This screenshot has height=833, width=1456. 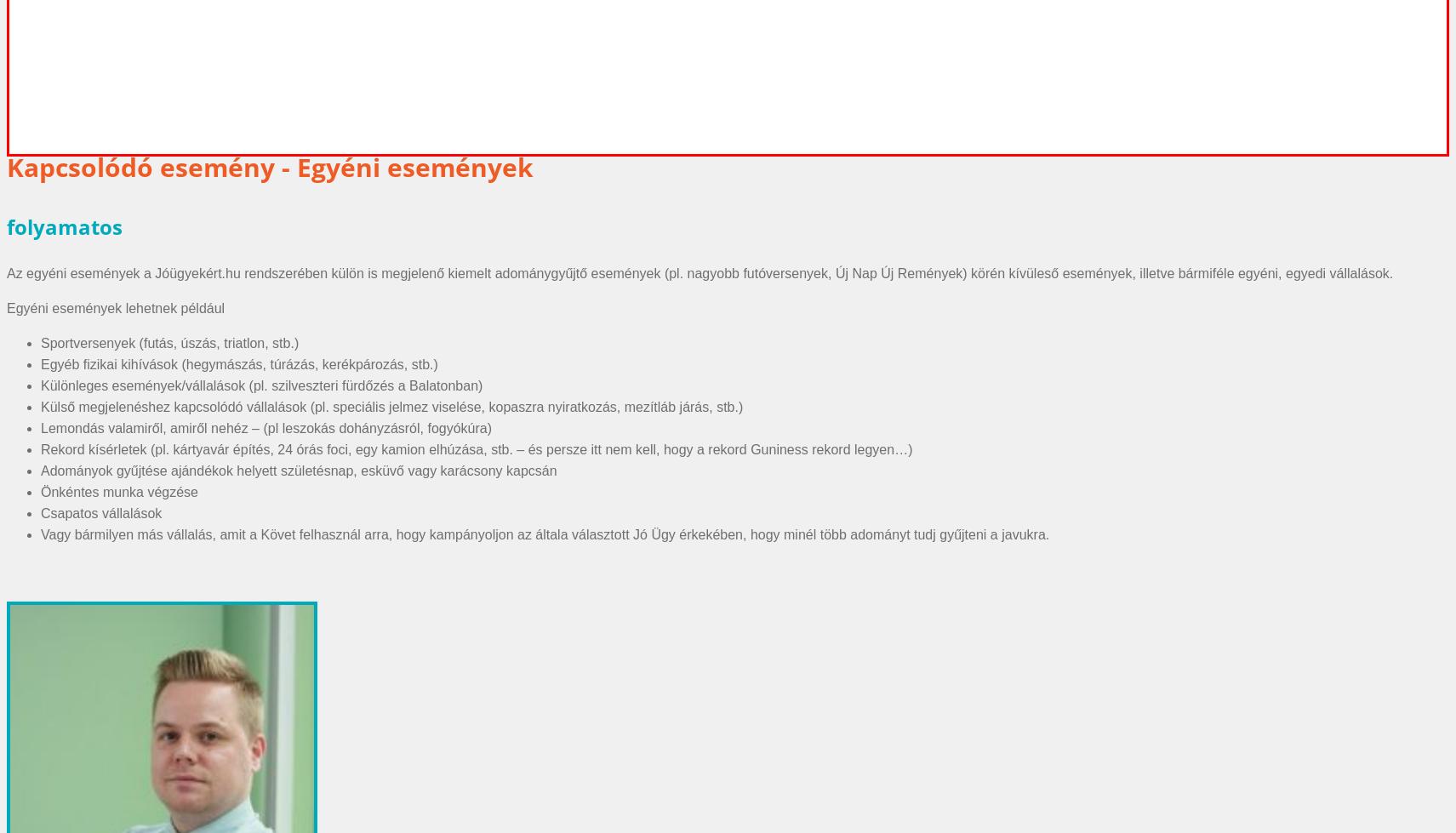 What do you see at coordinates (261, 385) in the screenshot?
I see `'Különleges események/vállalások (pl. szilveszteri fürdőzés a Balatonban)'` at bounding box center [261, 385].